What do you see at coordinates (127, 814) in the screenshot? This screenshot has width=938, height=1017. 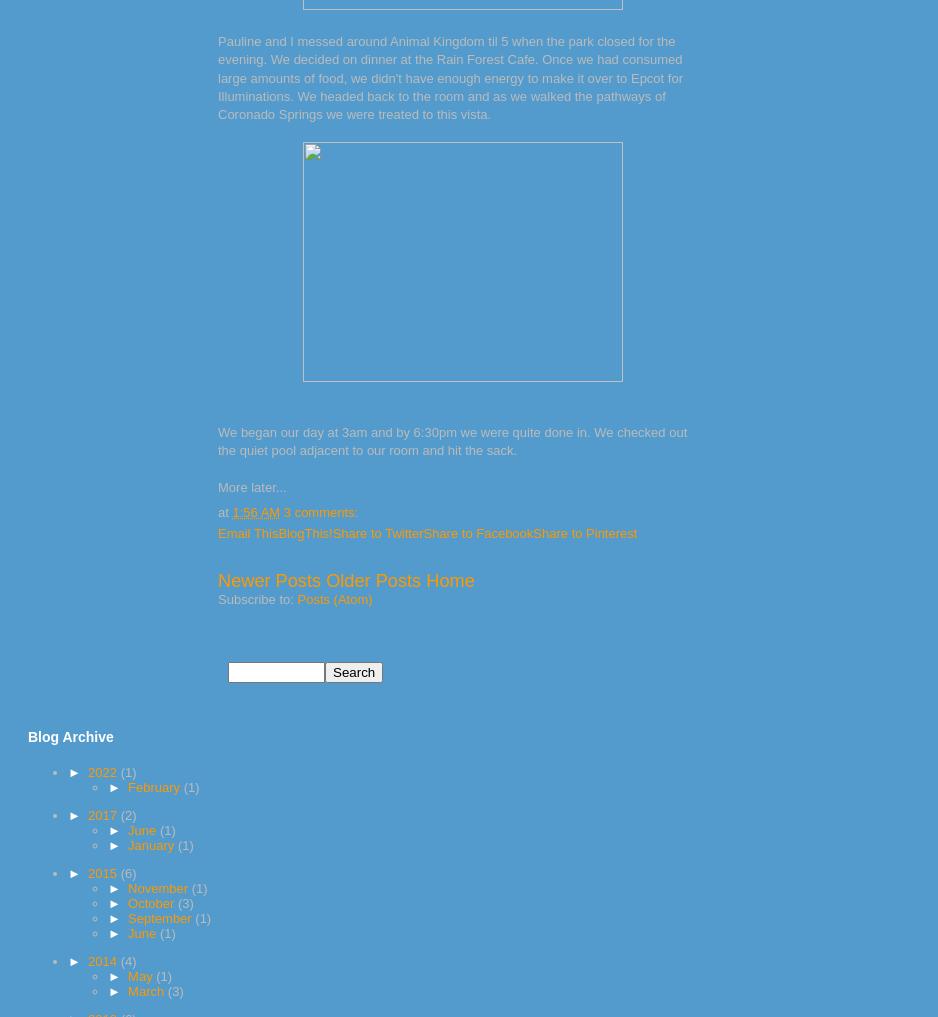 I see `'(2)'` at bounding box center [127, 814].